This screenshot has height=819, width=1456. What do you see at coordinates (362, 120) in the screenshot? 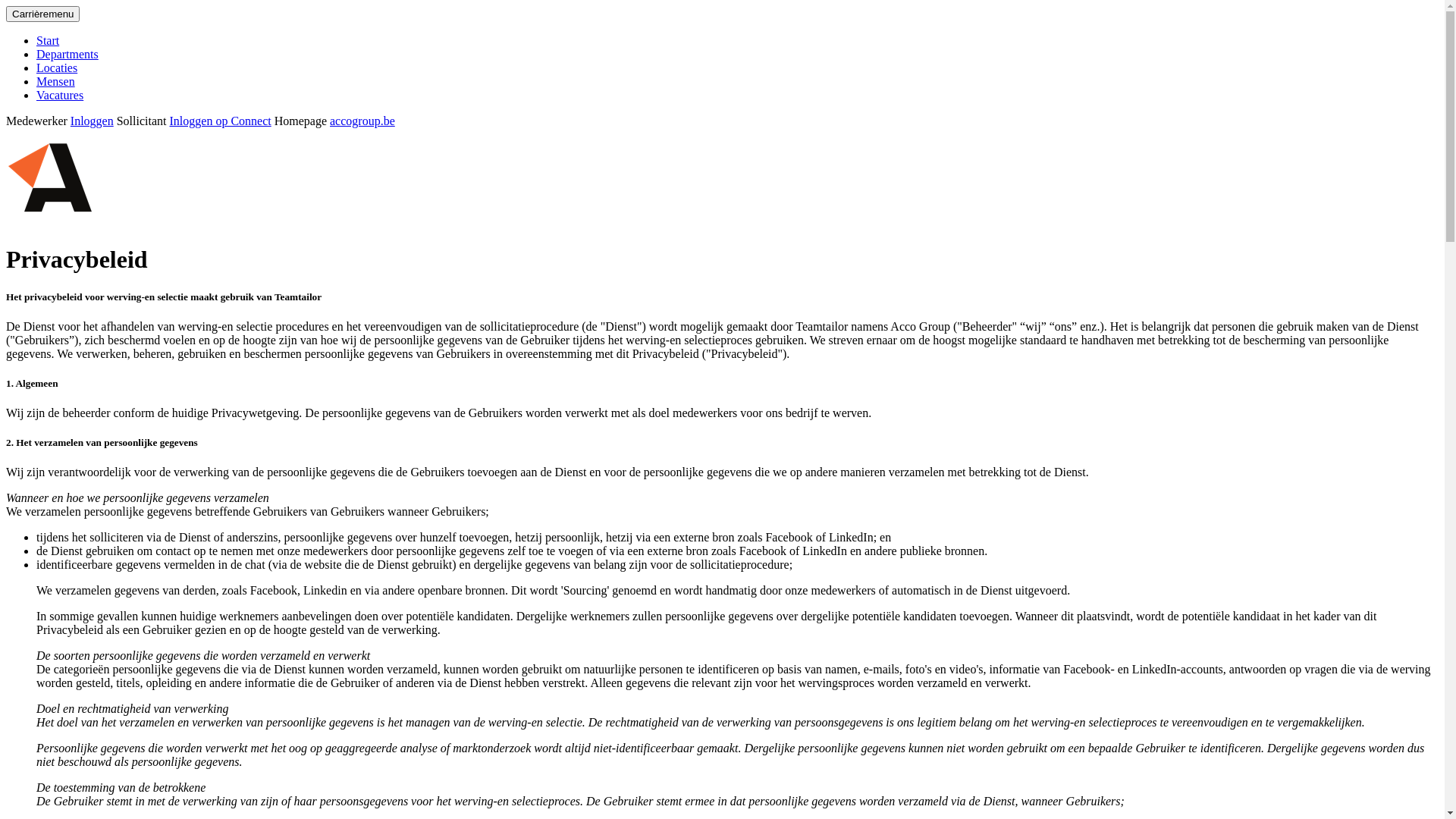
I see `'accogroup.be'` at bounding box center [362, 120].